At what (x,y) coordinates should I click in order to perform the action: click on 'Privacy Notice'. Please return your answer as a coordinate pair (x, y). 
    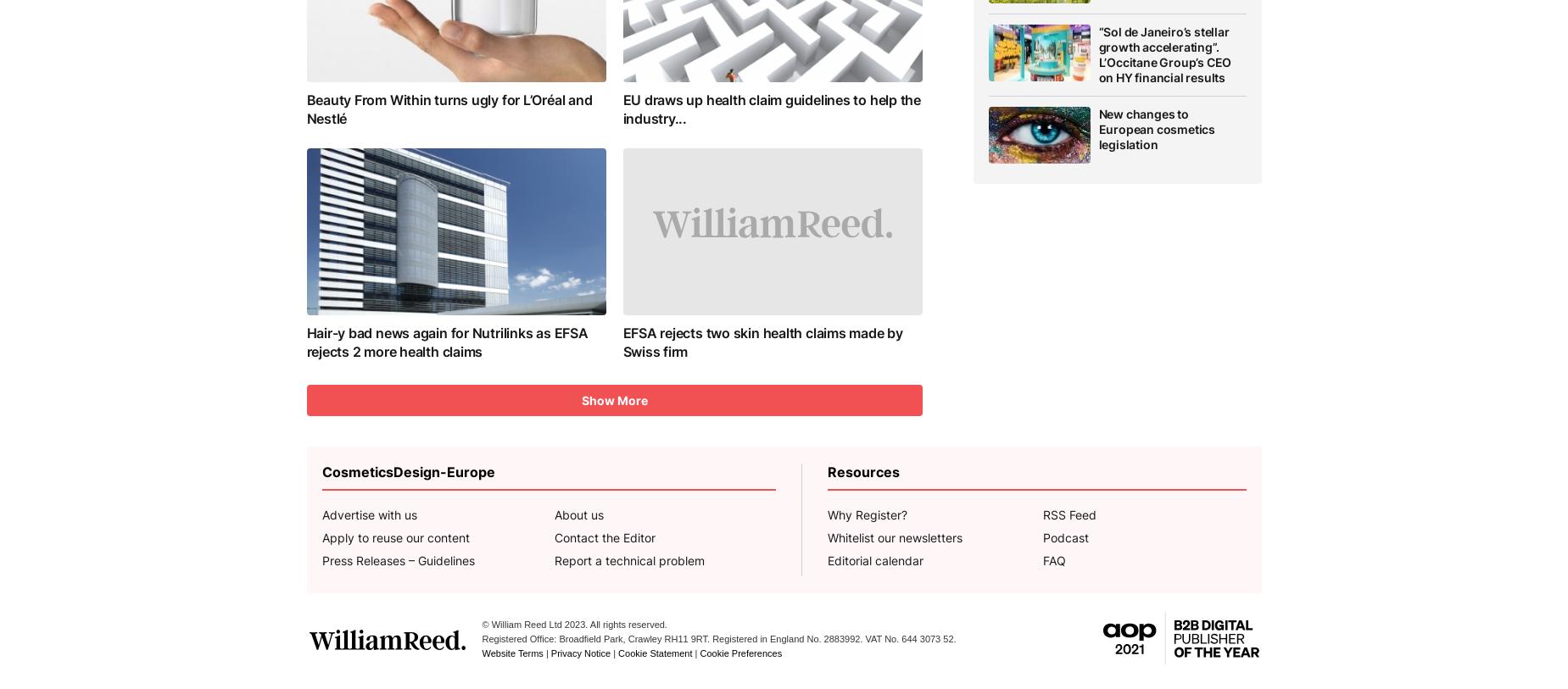
    Looking at the image, I should click on (549, 653).